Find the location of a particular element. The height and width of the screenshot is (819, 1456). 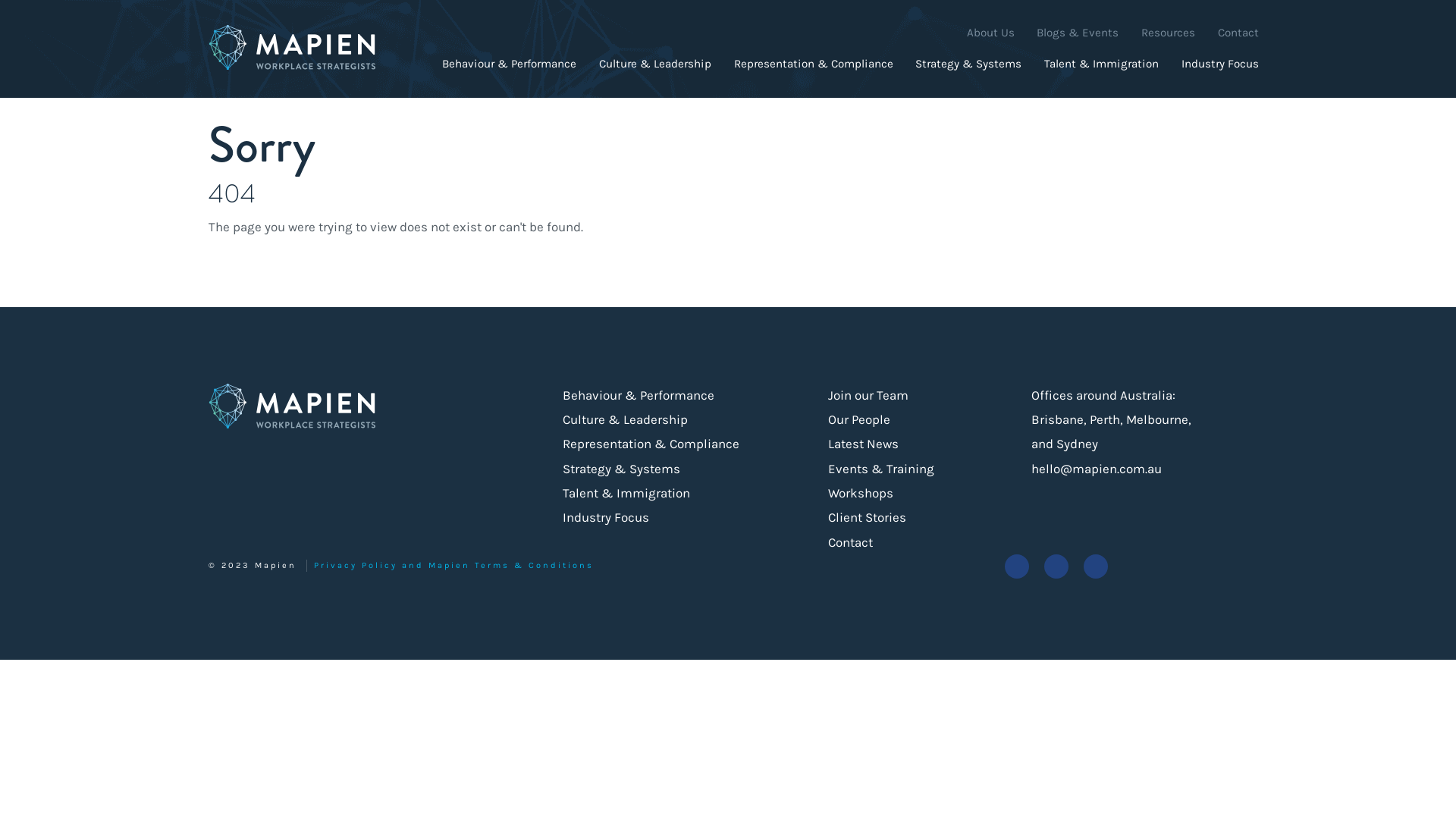

'Blogs & Events' is located at coordinates (1076, 32).